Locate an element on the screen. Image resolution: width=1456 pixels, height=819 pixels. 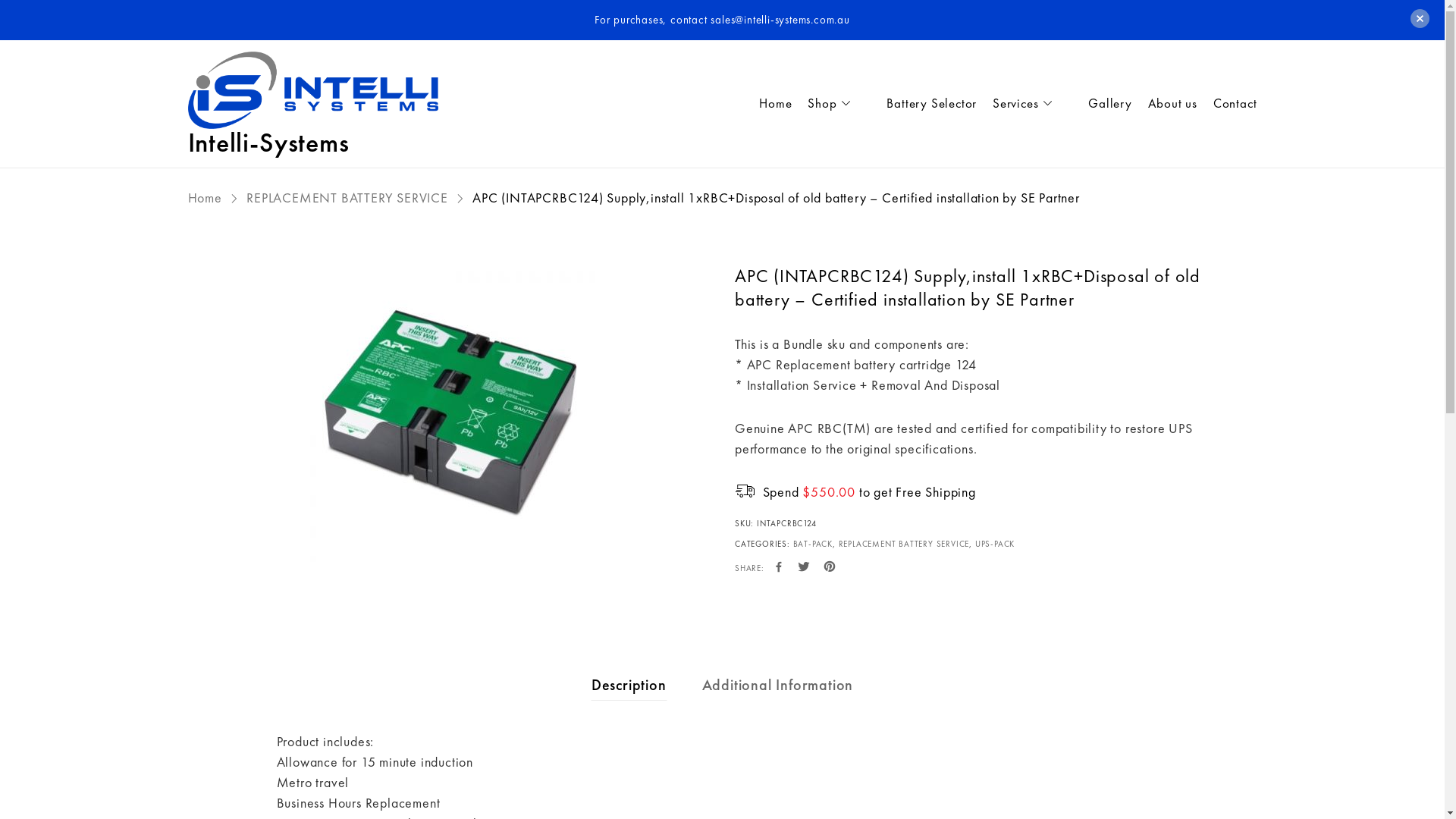
'Additional Information' is located at coordinates (778, 684).